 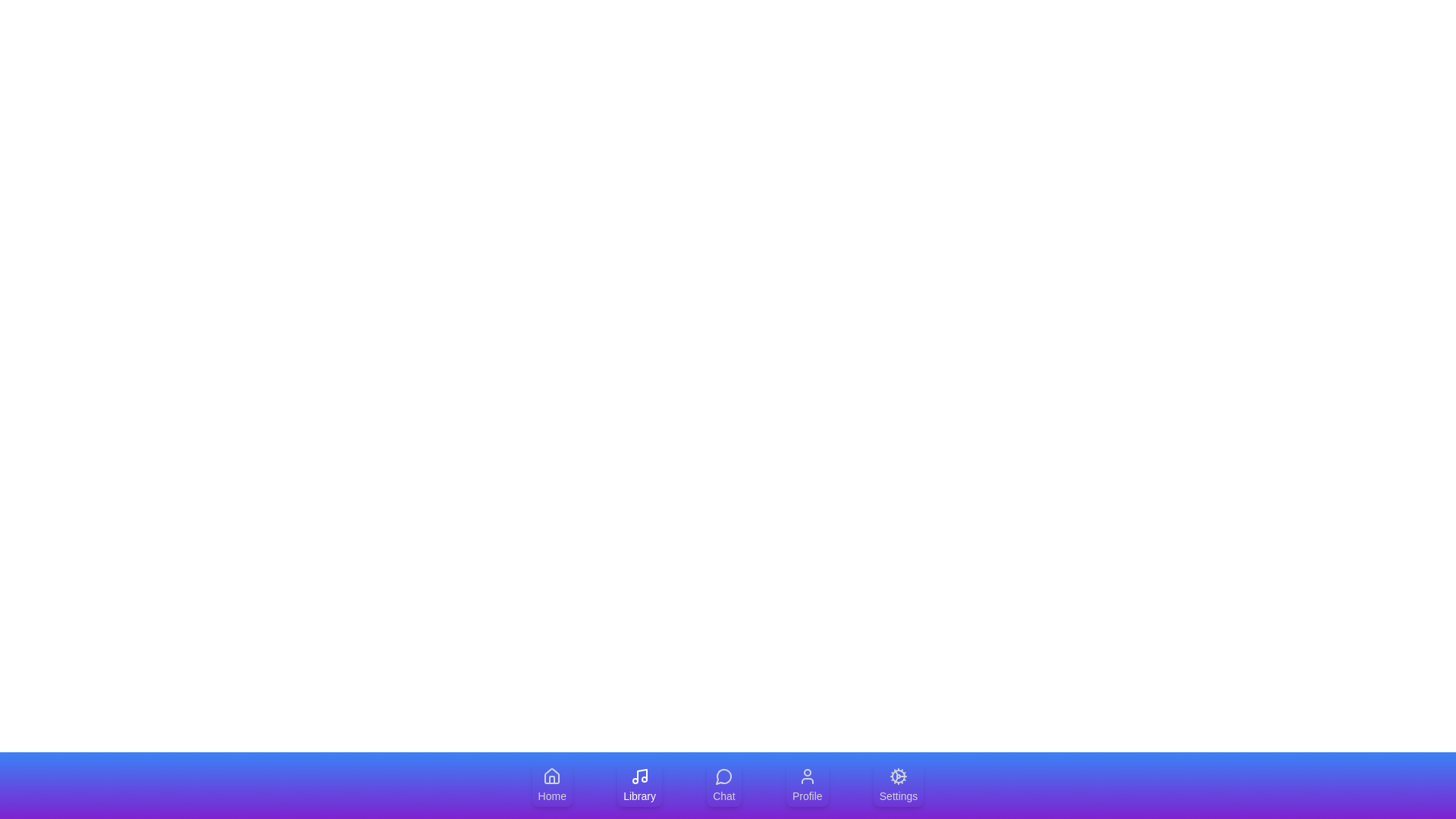 What do you see at coordinates (551, 785) in the screenshot?
I see `the Home tab to observe the hover effect` at bounding box center [551, 785].